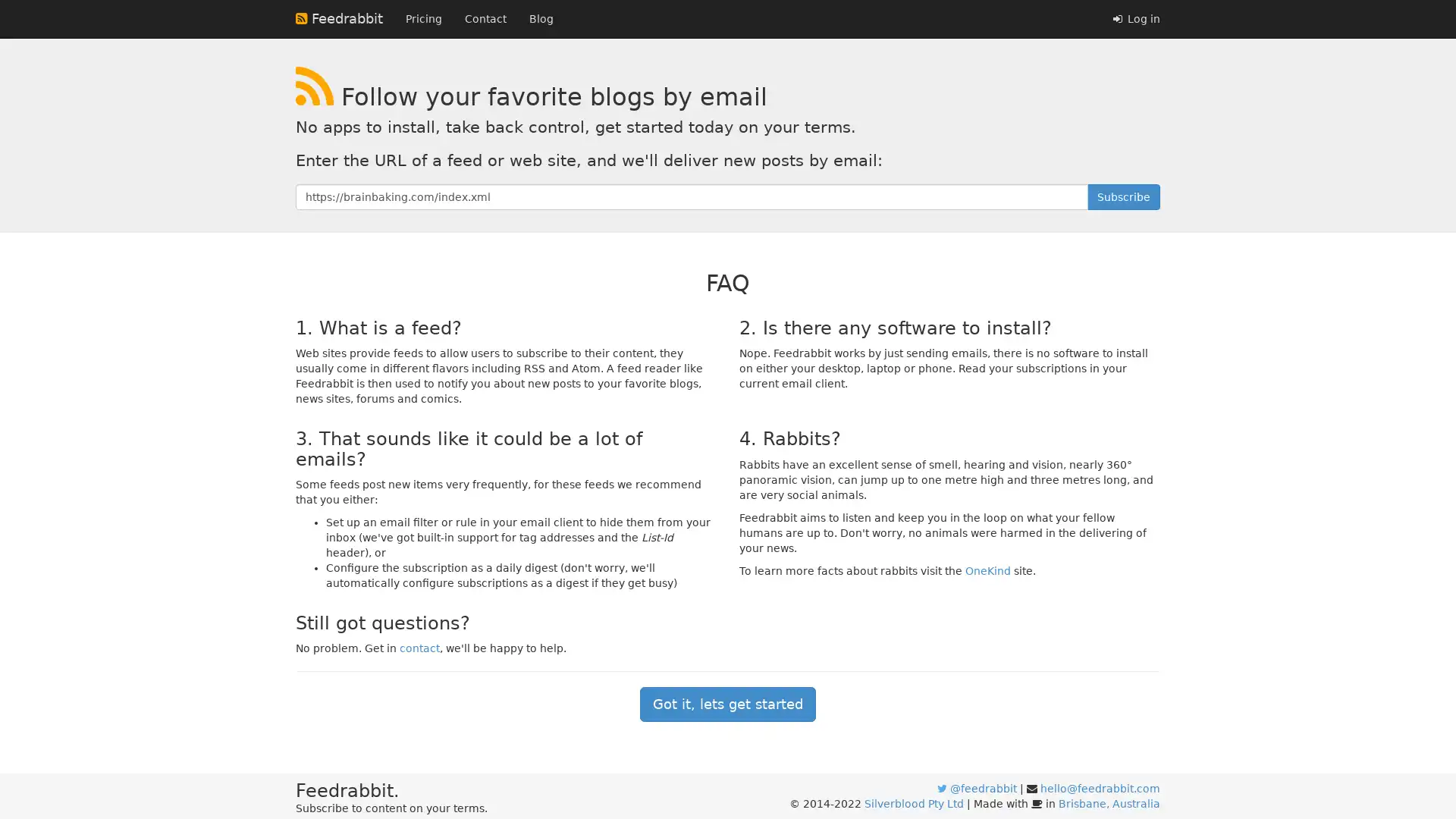  Describe the element at coordinates (1124, 195) in the screenshot. I see `Subscribe` at that location.